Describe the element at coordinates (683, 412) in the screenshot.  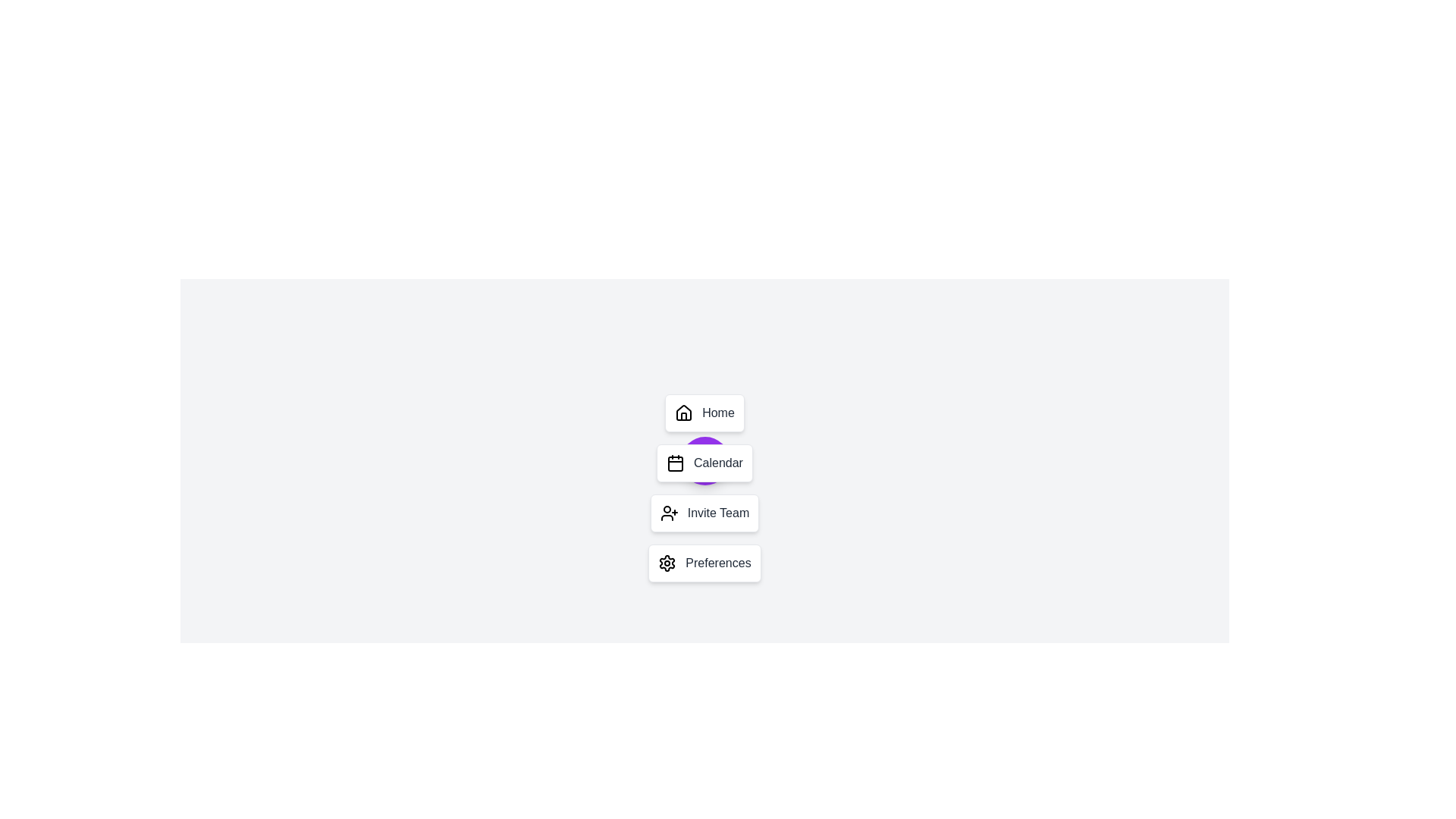
I see `the 'Home' icon in the navigation menu` at that location.